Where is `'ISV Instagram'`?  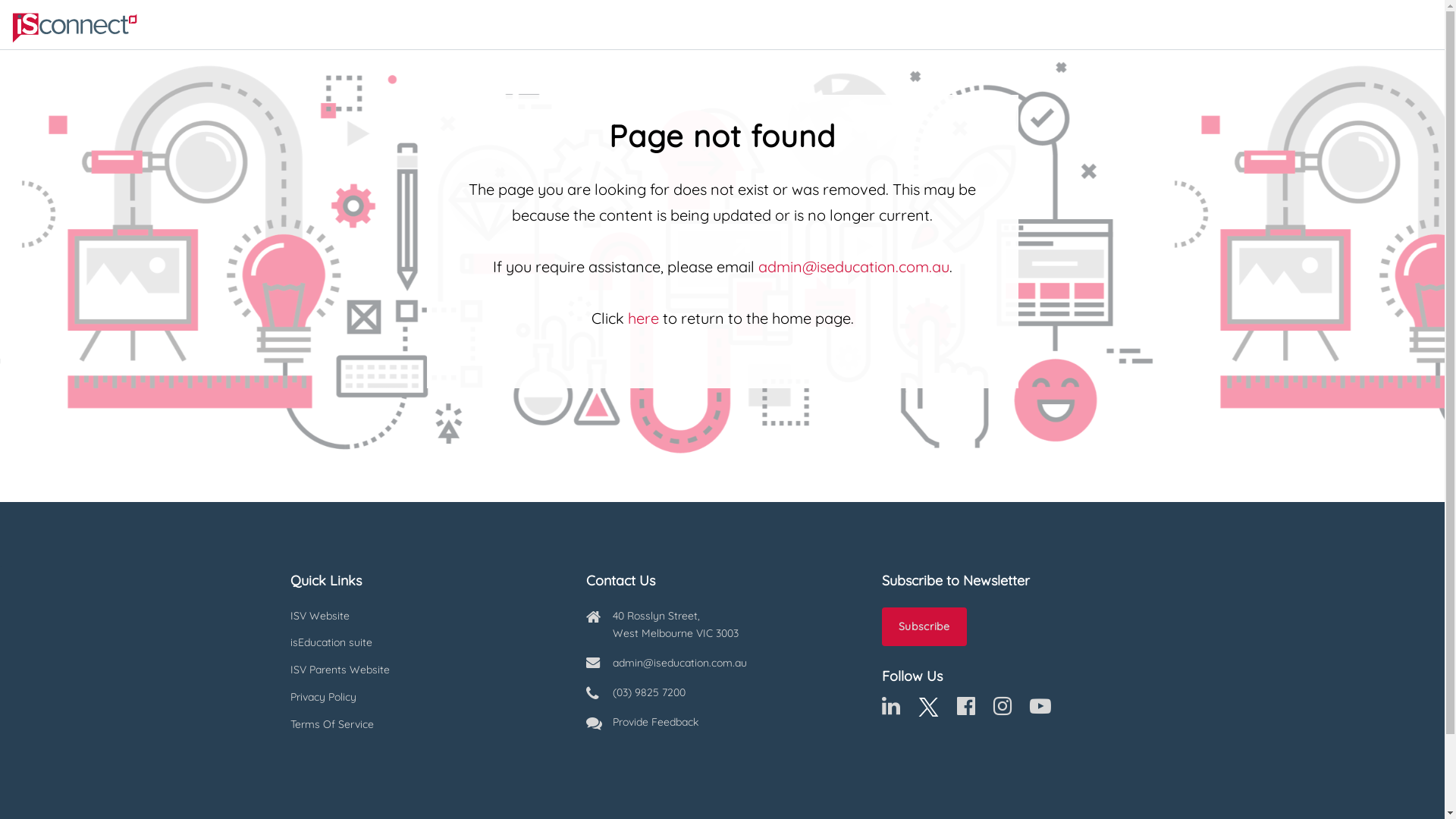
'ISV Instagram' is located at coordinates (993, 710).